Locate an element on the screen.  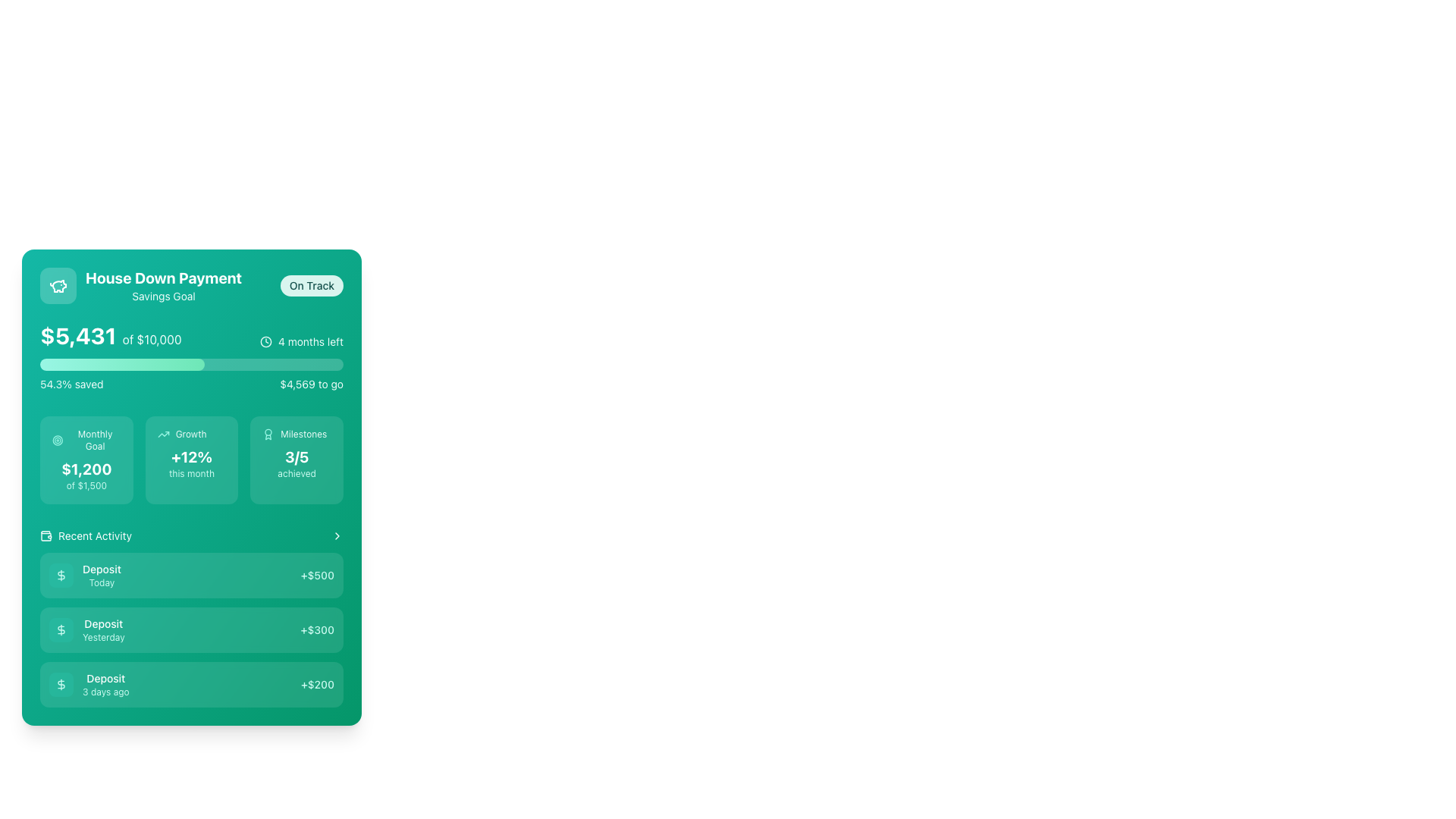
the 'House Down Payment' text label, which is located in the top-left section of the teal panel and contains two lines of text, with the top line in bold white and the second line in light teal is located at coordinates (164, 286).